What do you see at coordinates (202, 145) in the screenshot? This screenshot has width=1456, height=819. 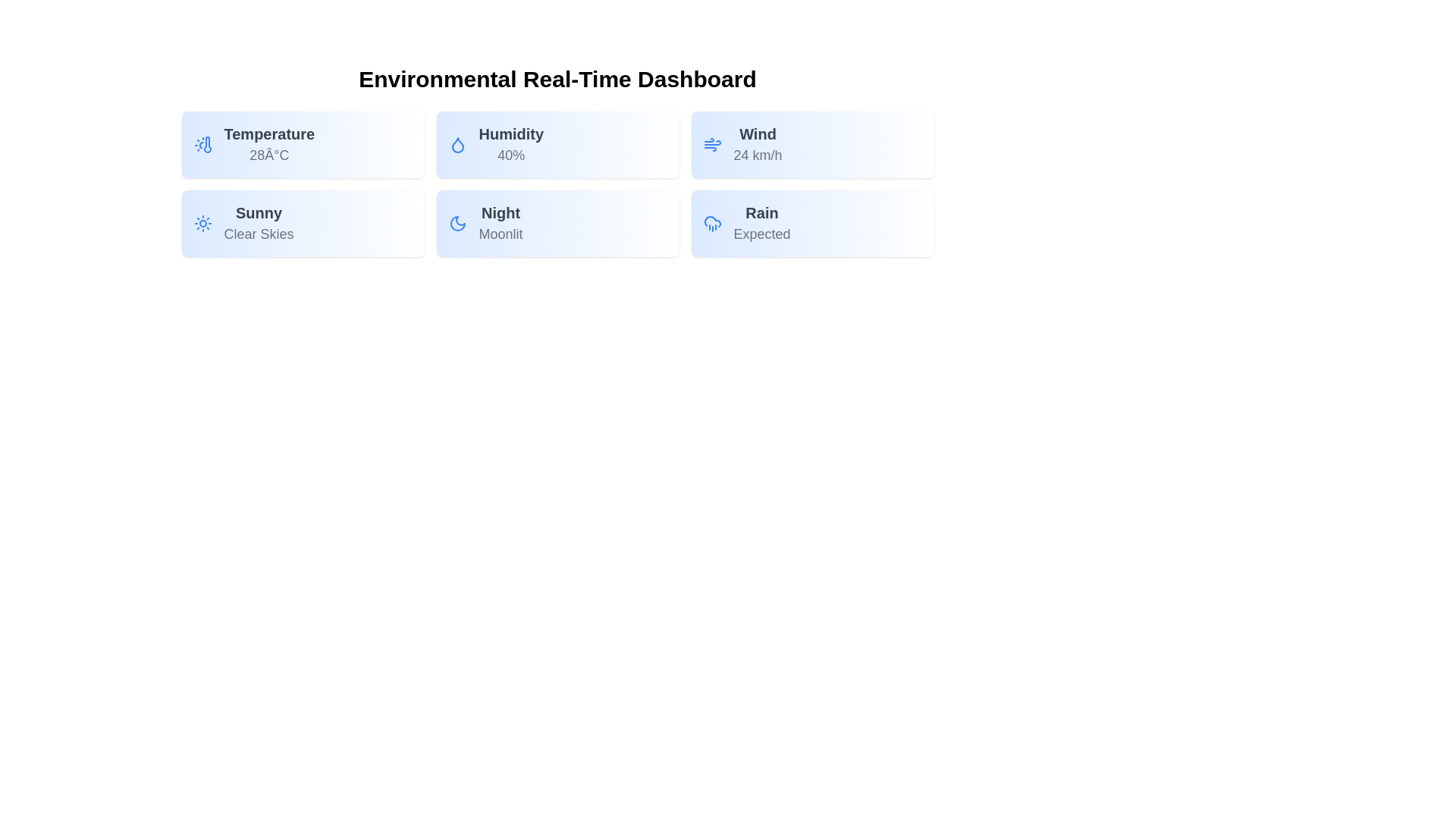 I see `the graphical icon that visually indicates temperature information, which is centrally placed above the 'Temperature' text in the leftmost card of the grid layout` at bounding box center [202, 145].